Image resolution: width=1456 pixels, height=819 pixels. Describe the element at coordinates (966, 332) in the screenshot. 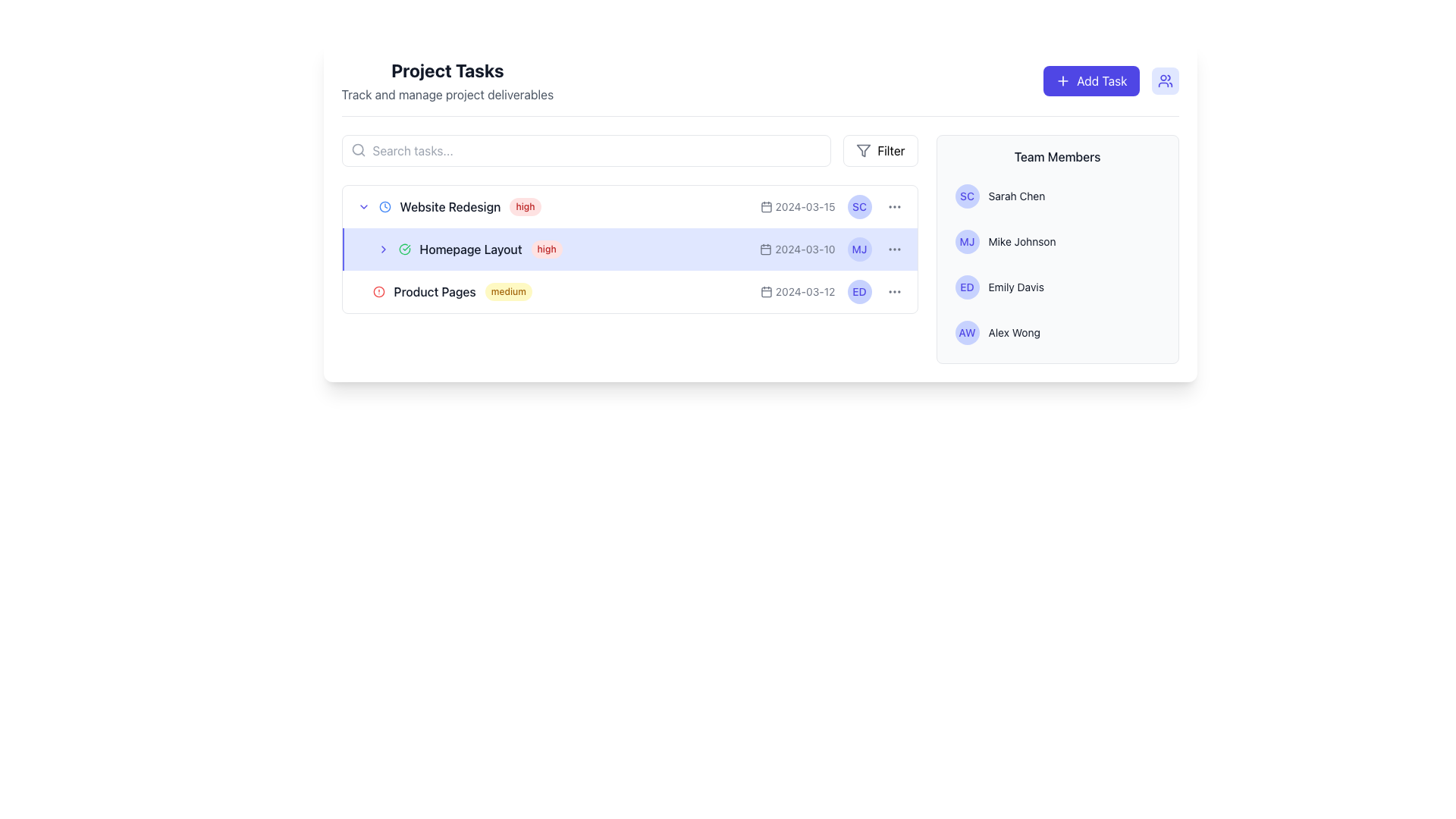

I see `the avatar placeholder for team member 'AW' located in the 'Team Members' section, positioned at the far right of the layout, directly preceding the text 'Alex Wong'` at that location.